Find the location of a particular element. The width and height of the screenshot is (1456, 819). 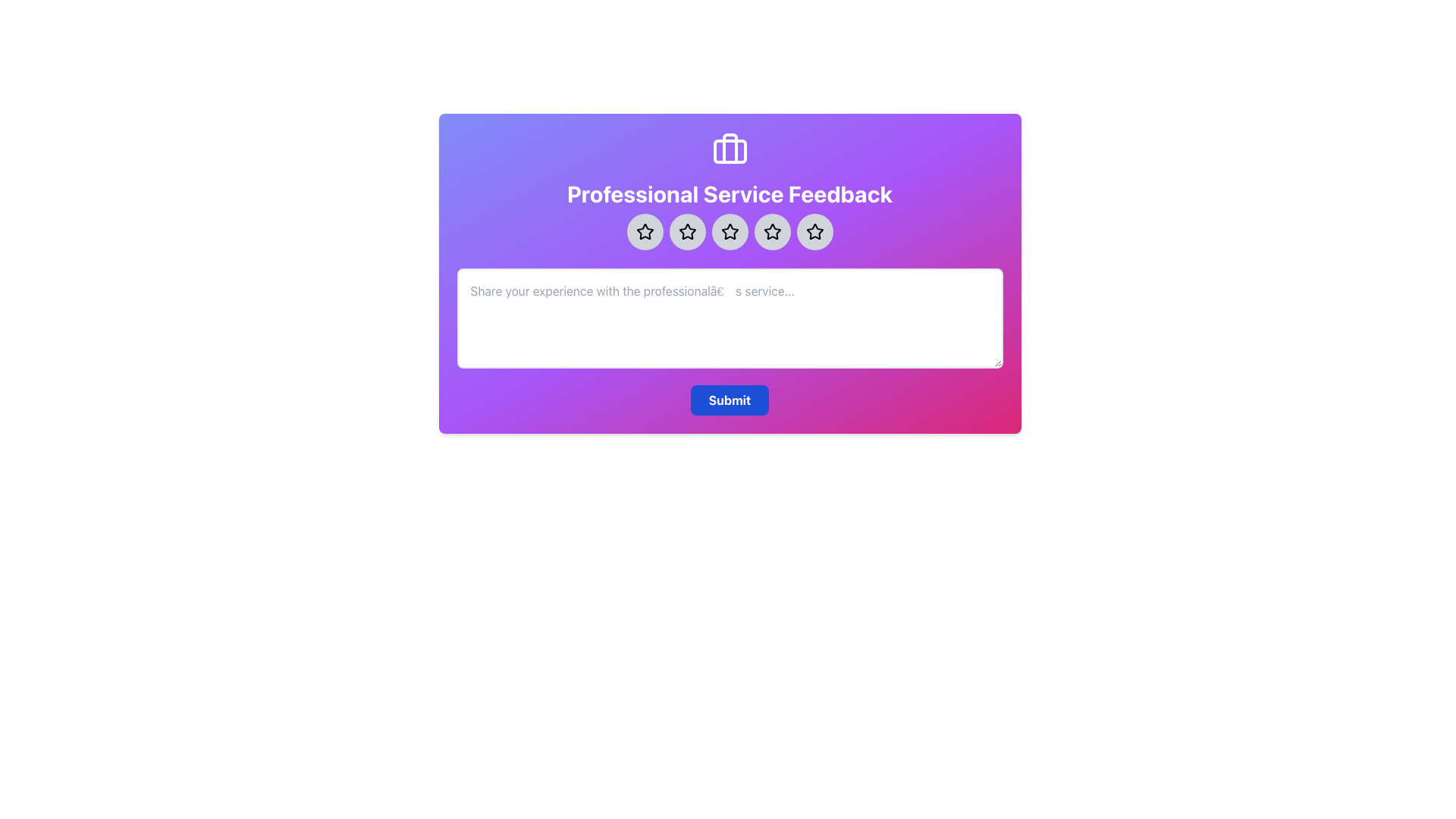

the briefcase icon with a white outline located at the top center of the feedback interface, positioned above the 'Professional Service Feedback' title is located at coordinates (730, 149).